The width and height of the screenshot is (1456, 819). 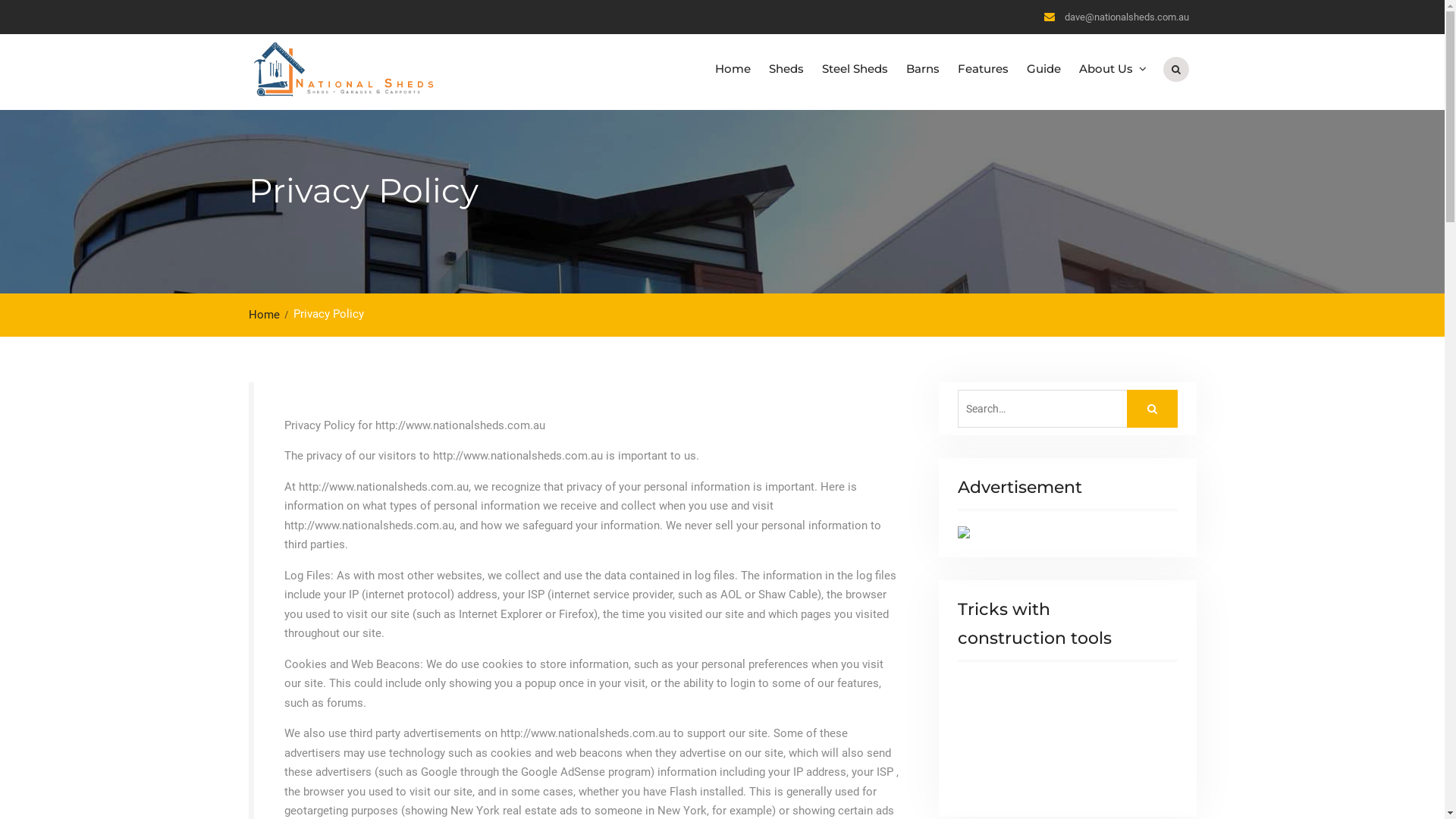 I want to click on 'Home', so click(x=268, y=314).